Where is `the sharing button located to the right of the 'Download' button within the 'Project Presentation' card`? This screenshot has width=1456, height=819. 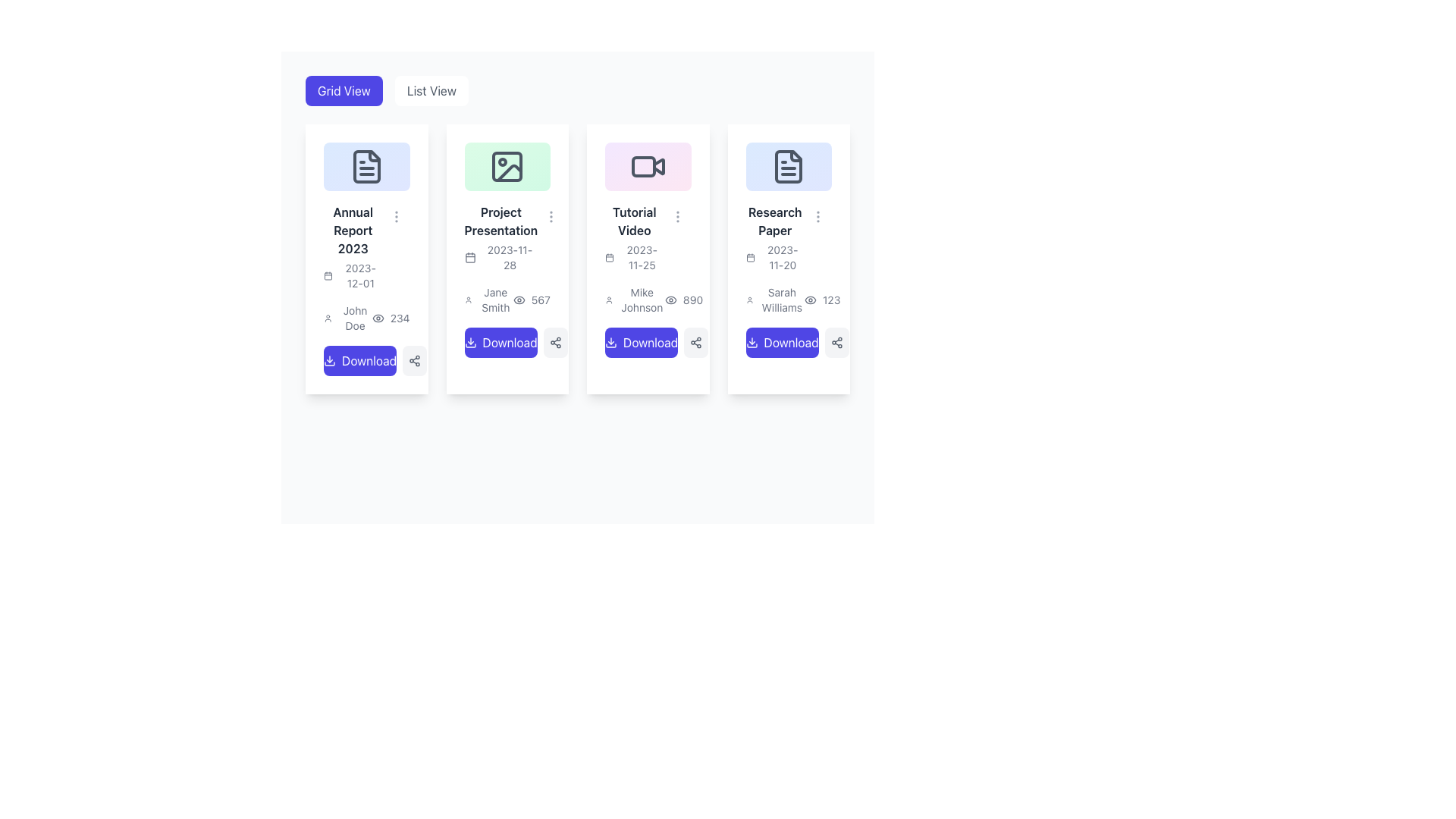 the sharing button located to the right of the 'Download' button within the 'Project Presentation' card is located at coordinates (554, 342).